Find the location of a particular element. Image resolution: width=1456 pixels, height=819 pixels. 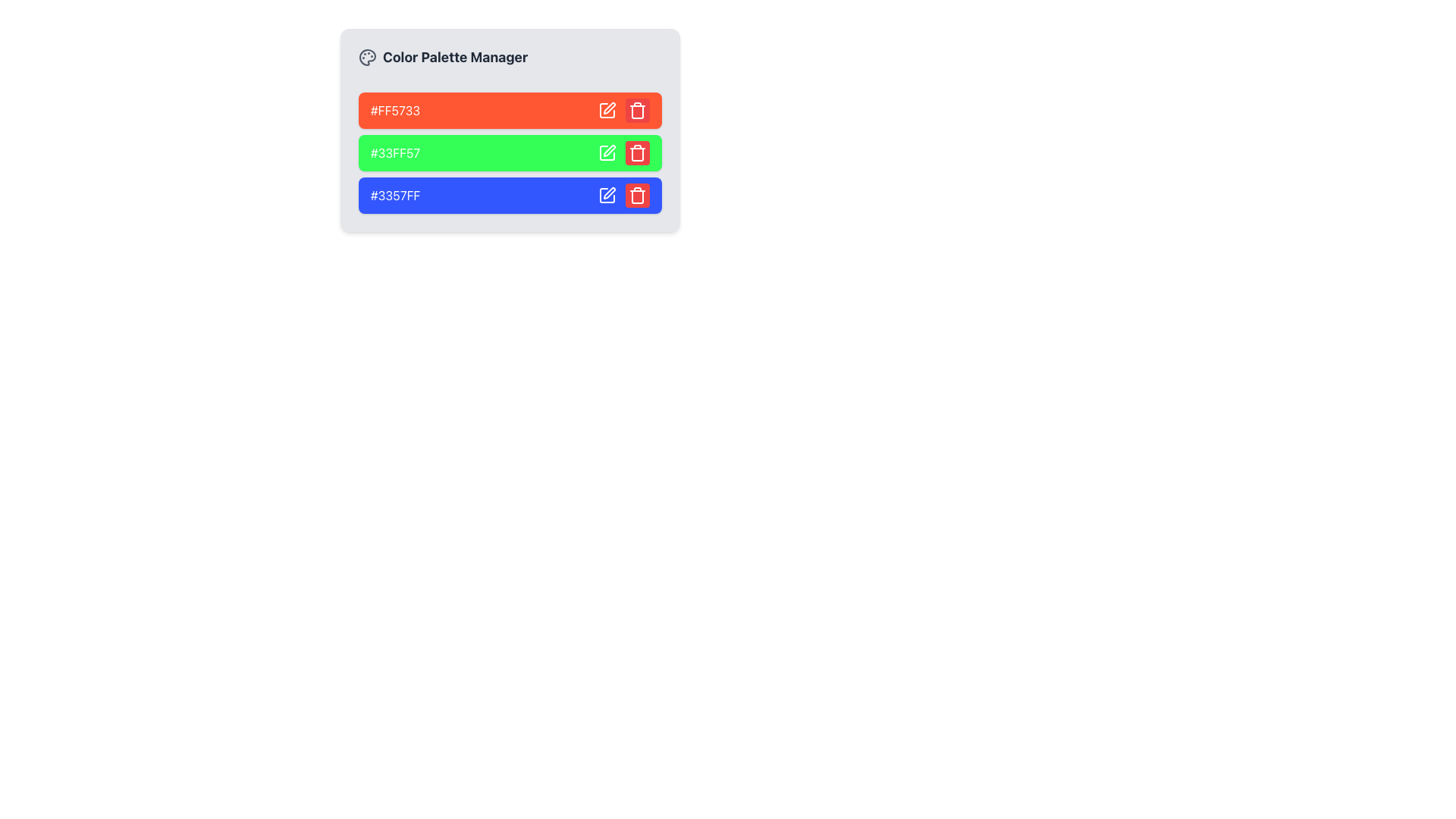

the trash icon button within the Color Palette Manager section is located at coordinates (637, 195).